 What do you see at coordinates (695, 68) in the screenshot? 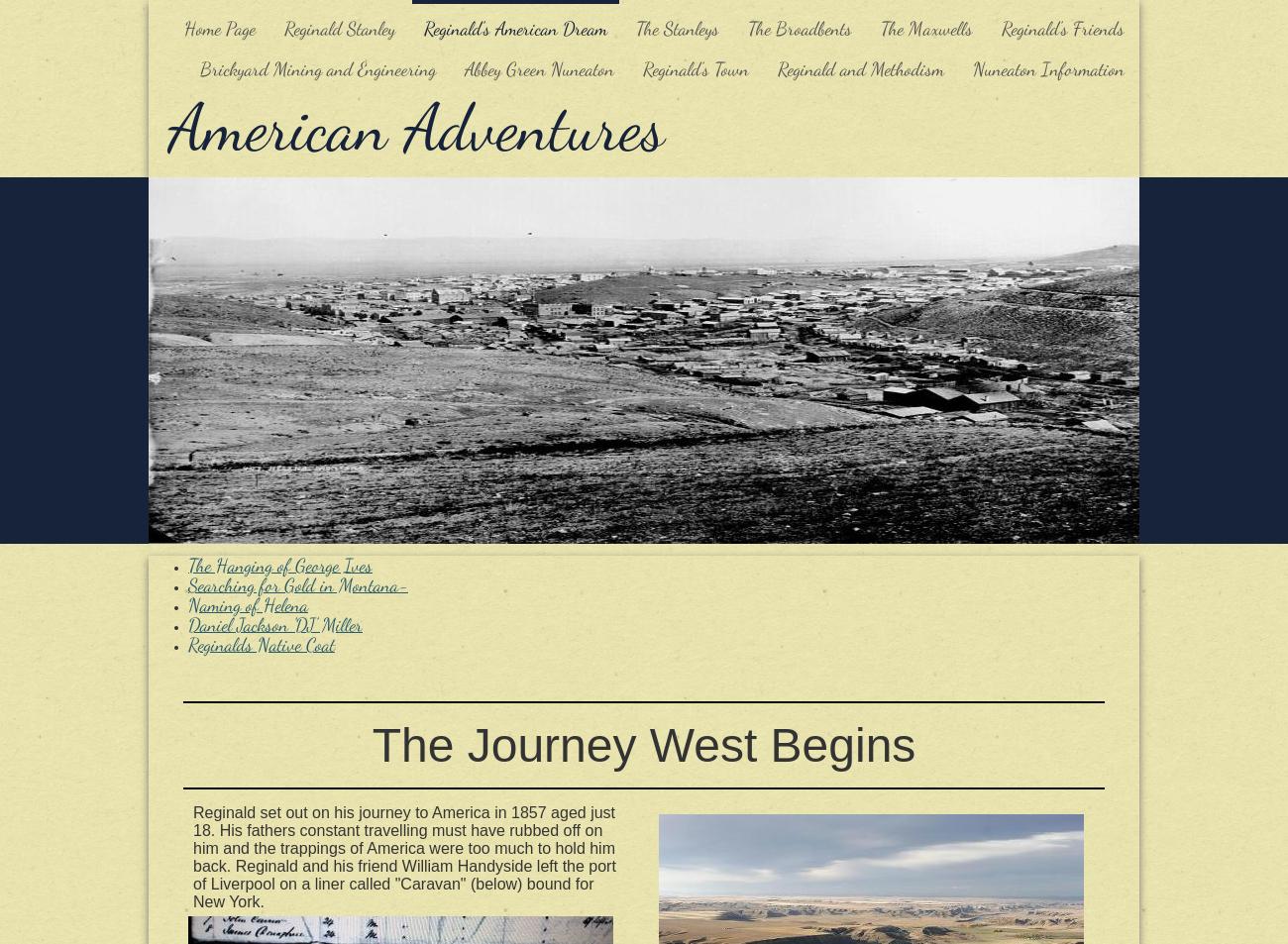
I see `'Reginald's Town'` at bounding box center [695, 68].